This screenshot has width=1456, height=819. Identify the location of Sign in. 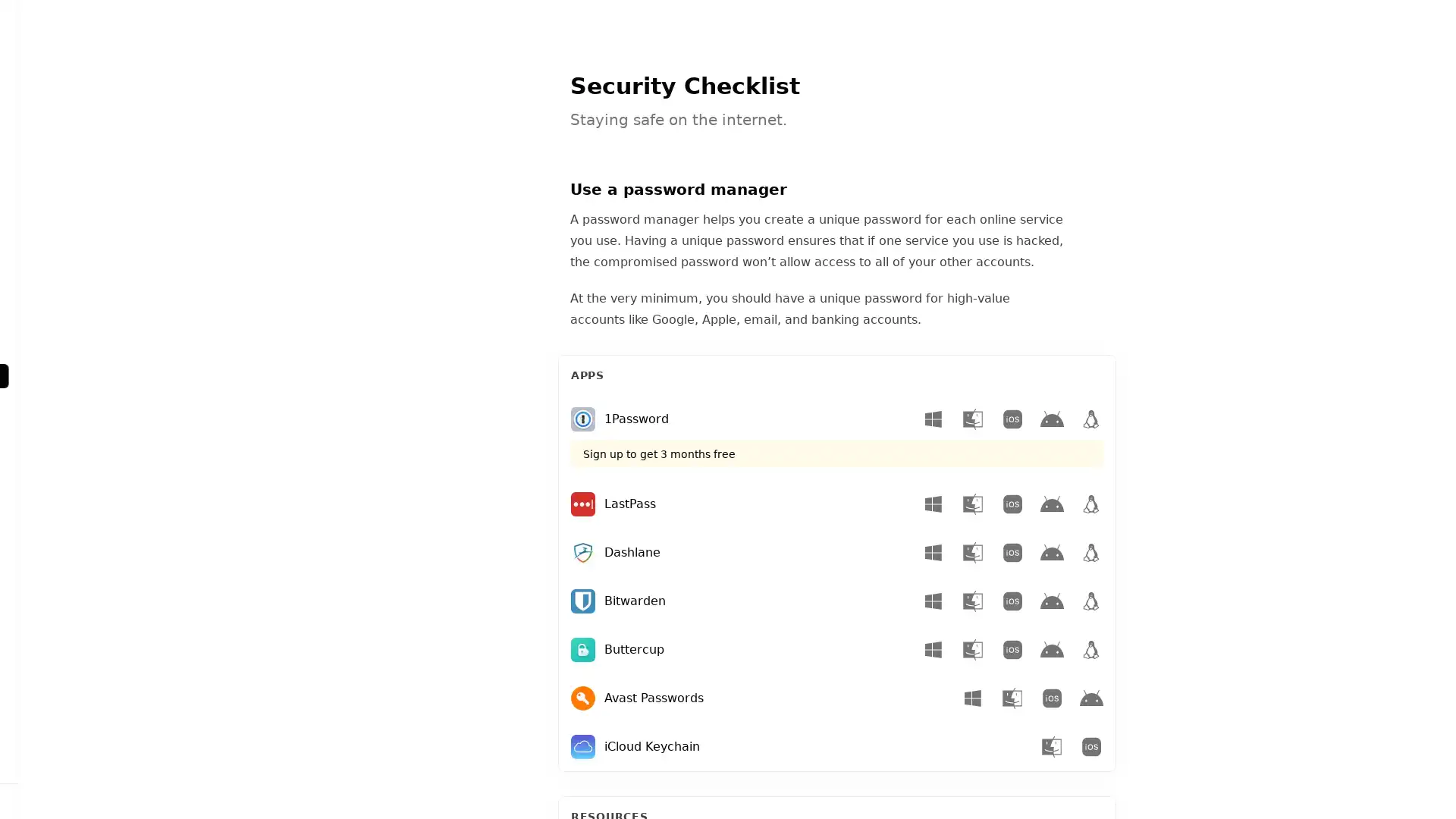
(108, 800).